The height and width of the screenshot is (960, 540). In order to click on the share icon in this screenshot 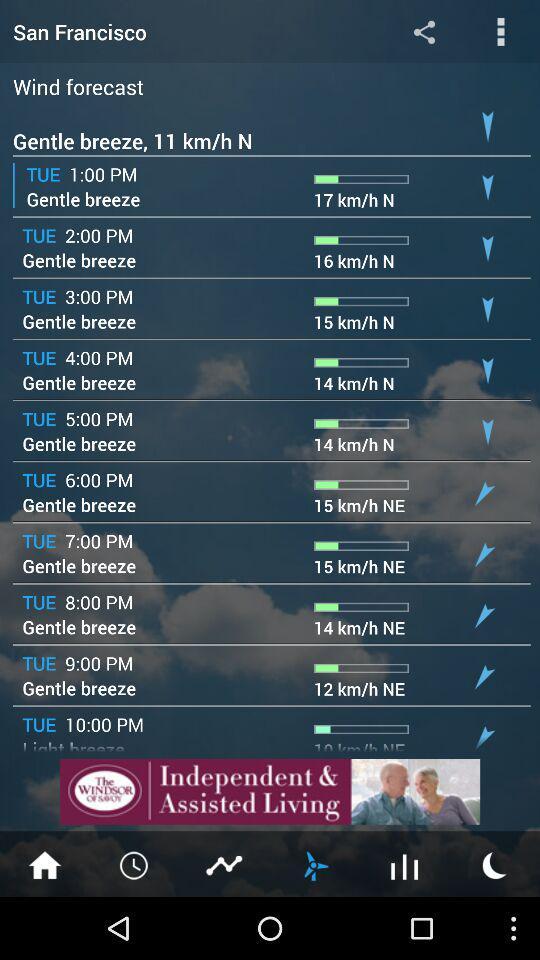, I will do `click(423, 33)`.